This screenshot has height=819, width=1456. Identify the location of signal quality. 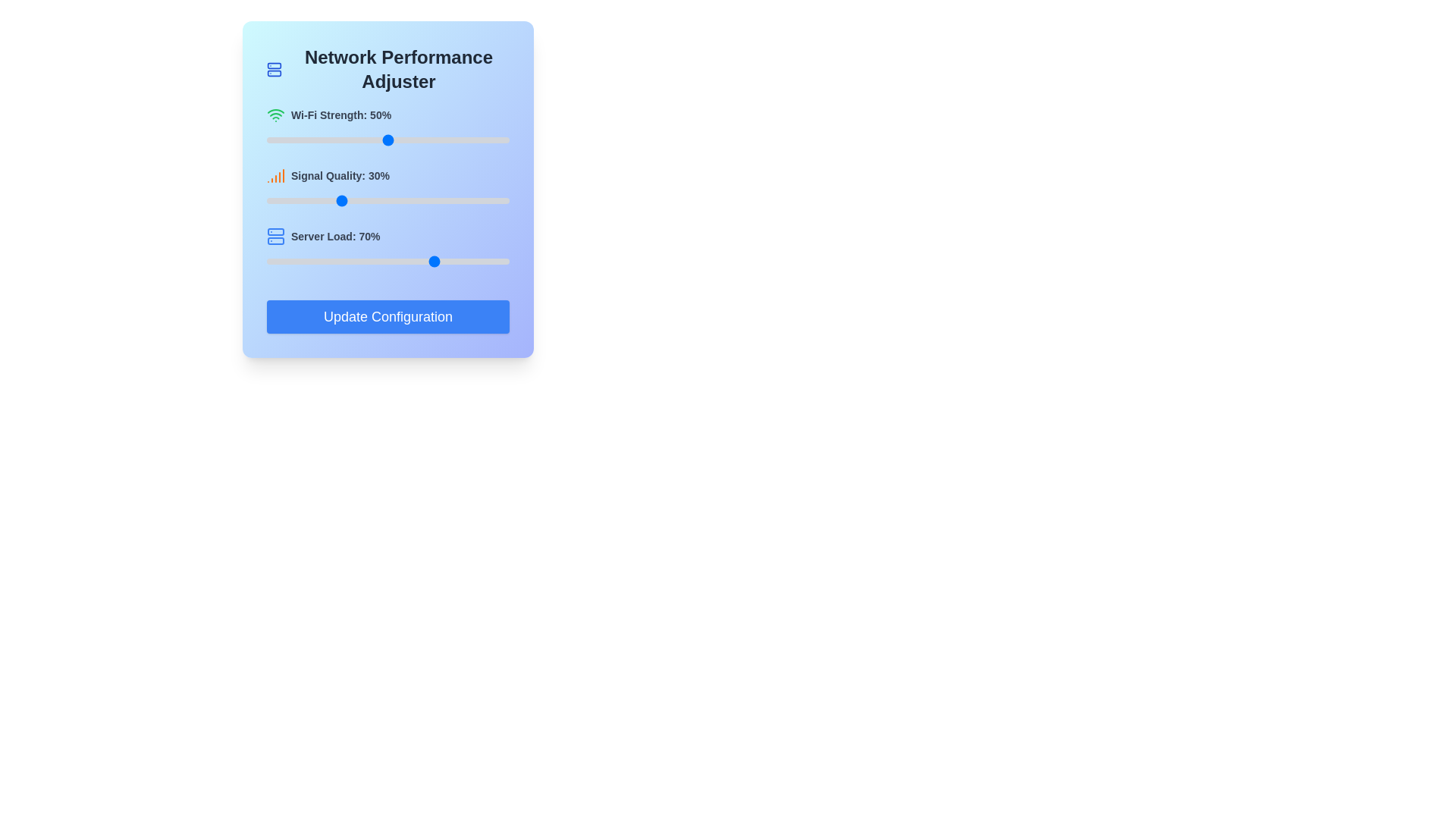
(447, 200).